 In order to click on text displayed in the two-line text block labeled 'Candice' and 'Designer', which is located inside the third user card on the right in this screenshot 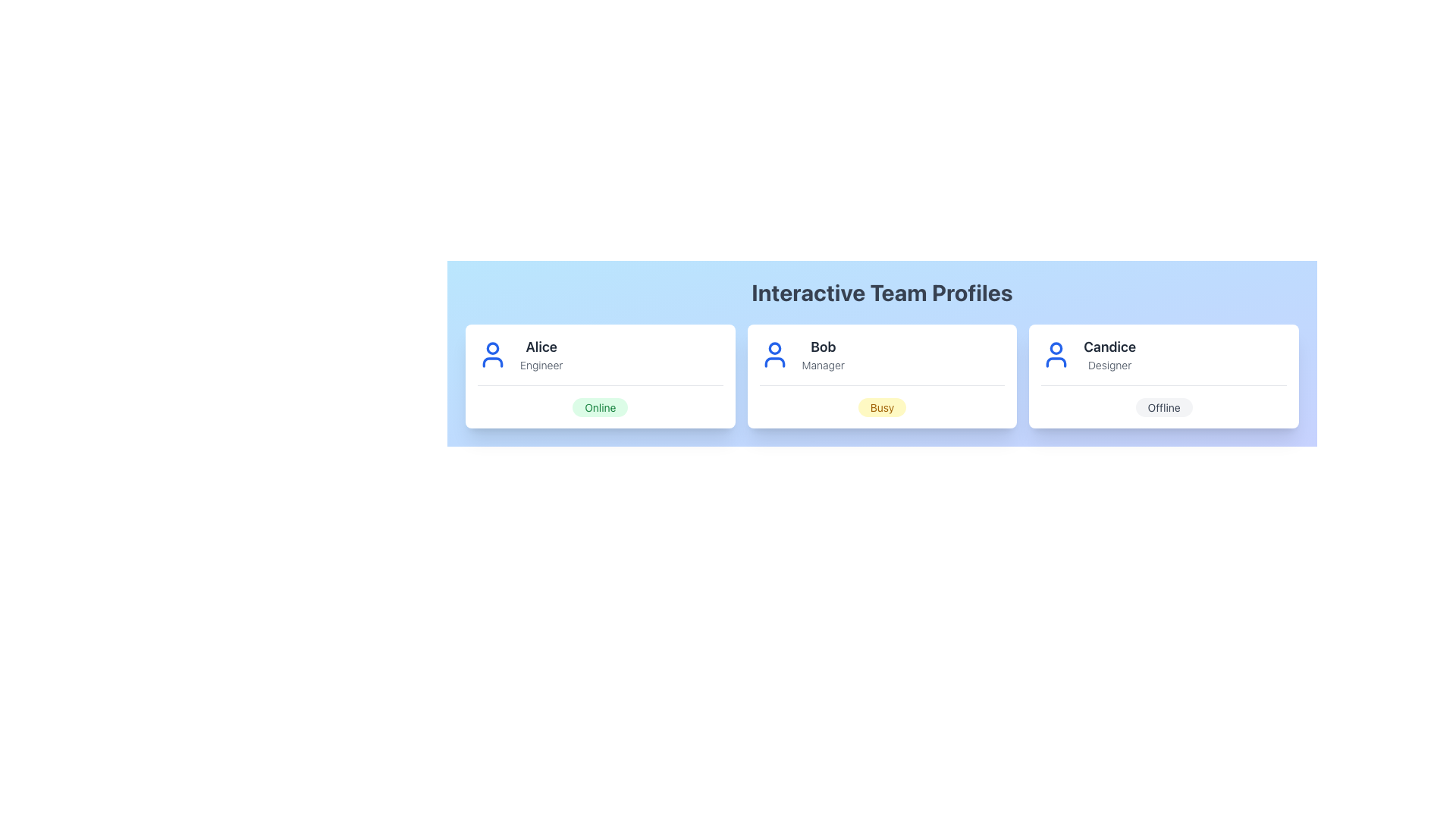, I will do `click(1109, 354)`.